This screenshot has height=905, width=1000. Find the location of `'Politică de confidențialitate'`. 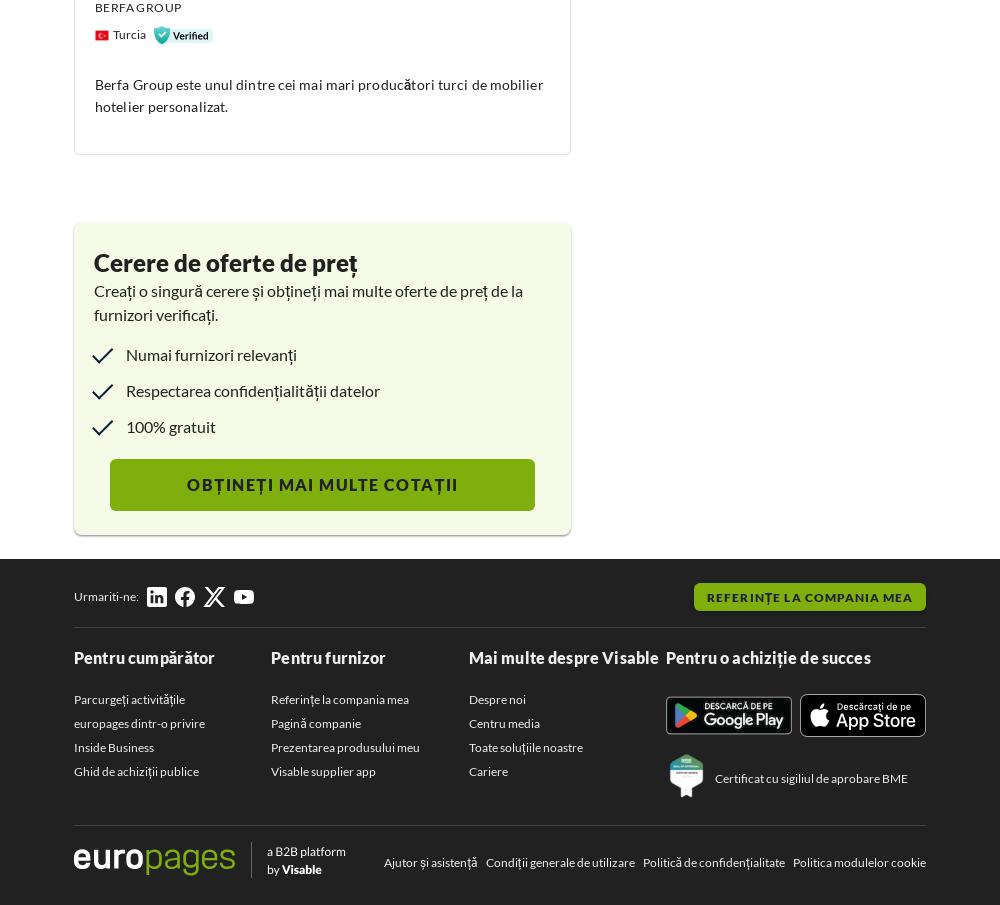

'Politică de confidențialitate' is located at coordinates (712, 861).